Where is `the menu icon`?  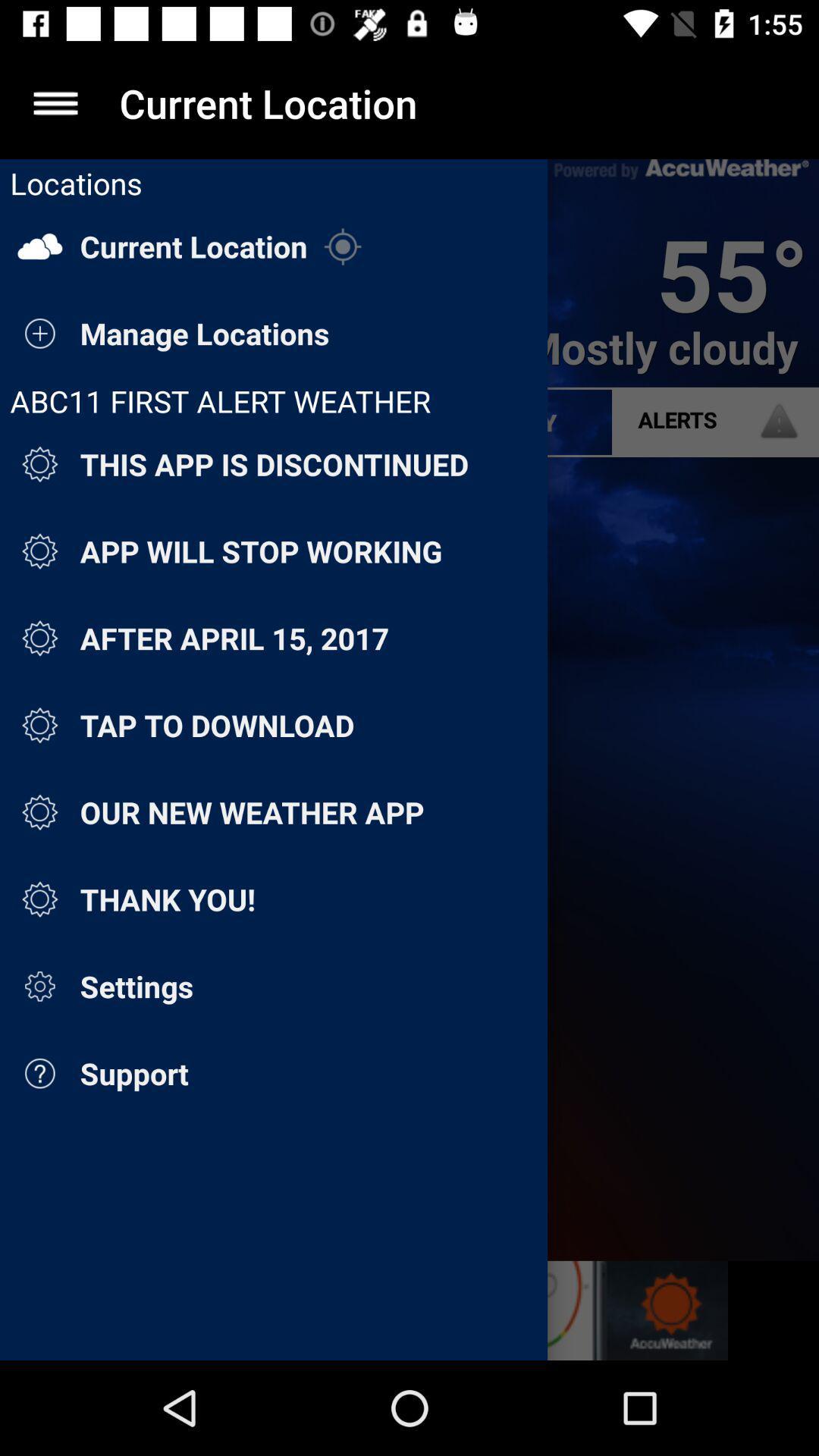
the menu icon is located at coordinates (55, 102).